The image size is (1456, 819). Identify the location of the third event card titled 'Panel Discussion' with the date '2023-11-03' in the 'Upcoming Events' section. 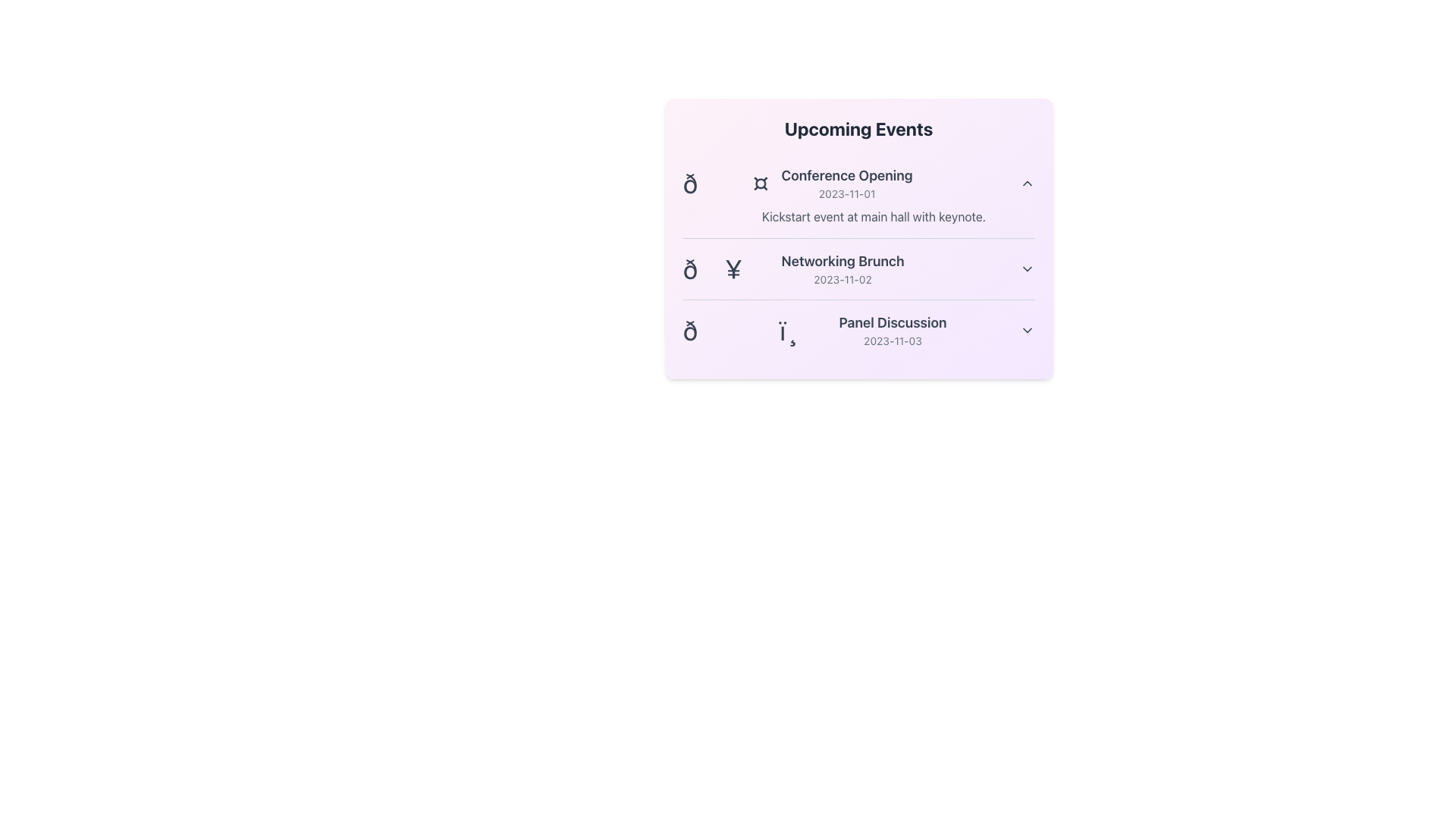
(858, 329).